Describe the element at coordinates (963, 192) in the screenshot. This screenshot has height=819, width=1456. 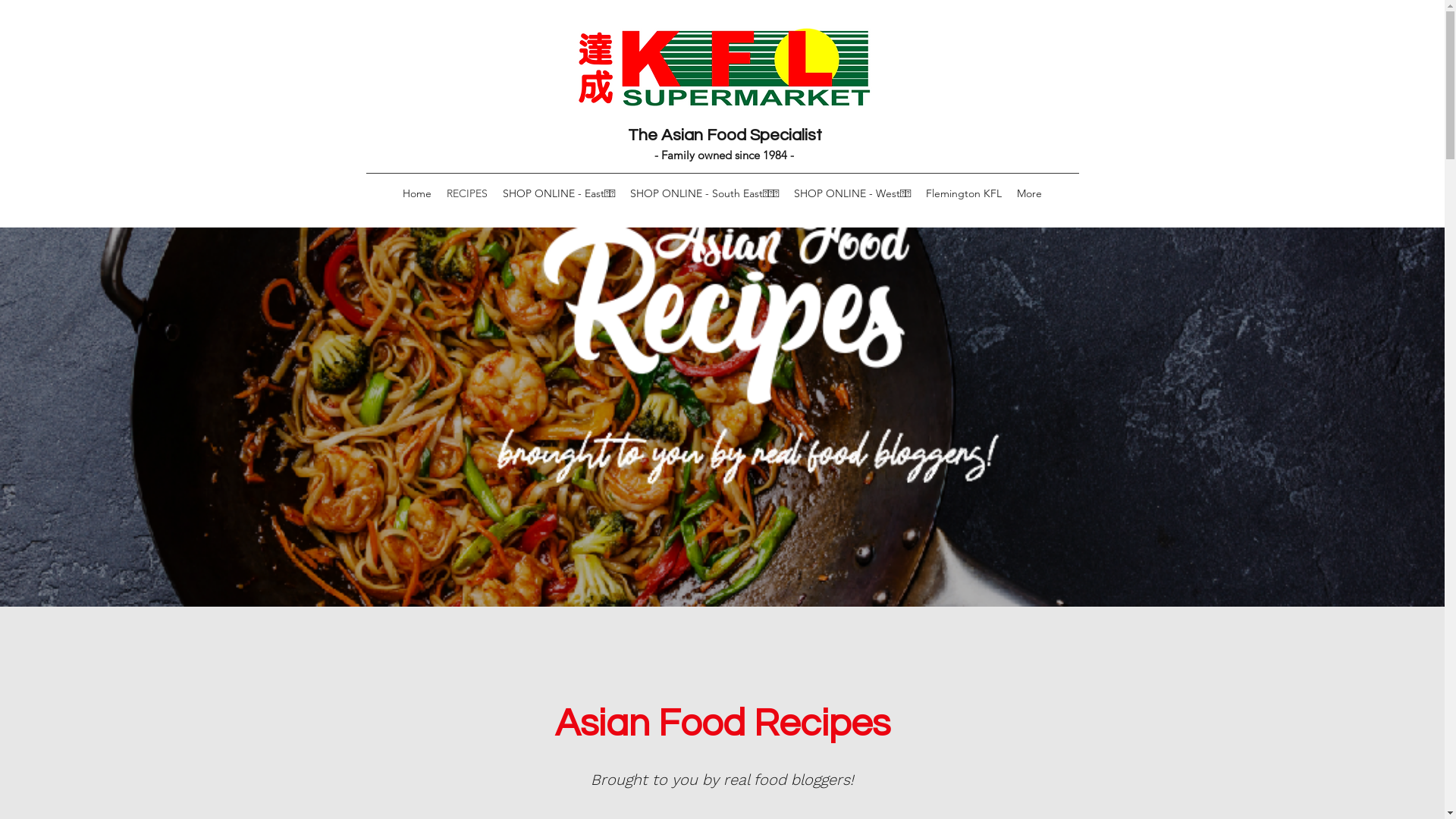
I see `'Flemington KFL'` at that location.